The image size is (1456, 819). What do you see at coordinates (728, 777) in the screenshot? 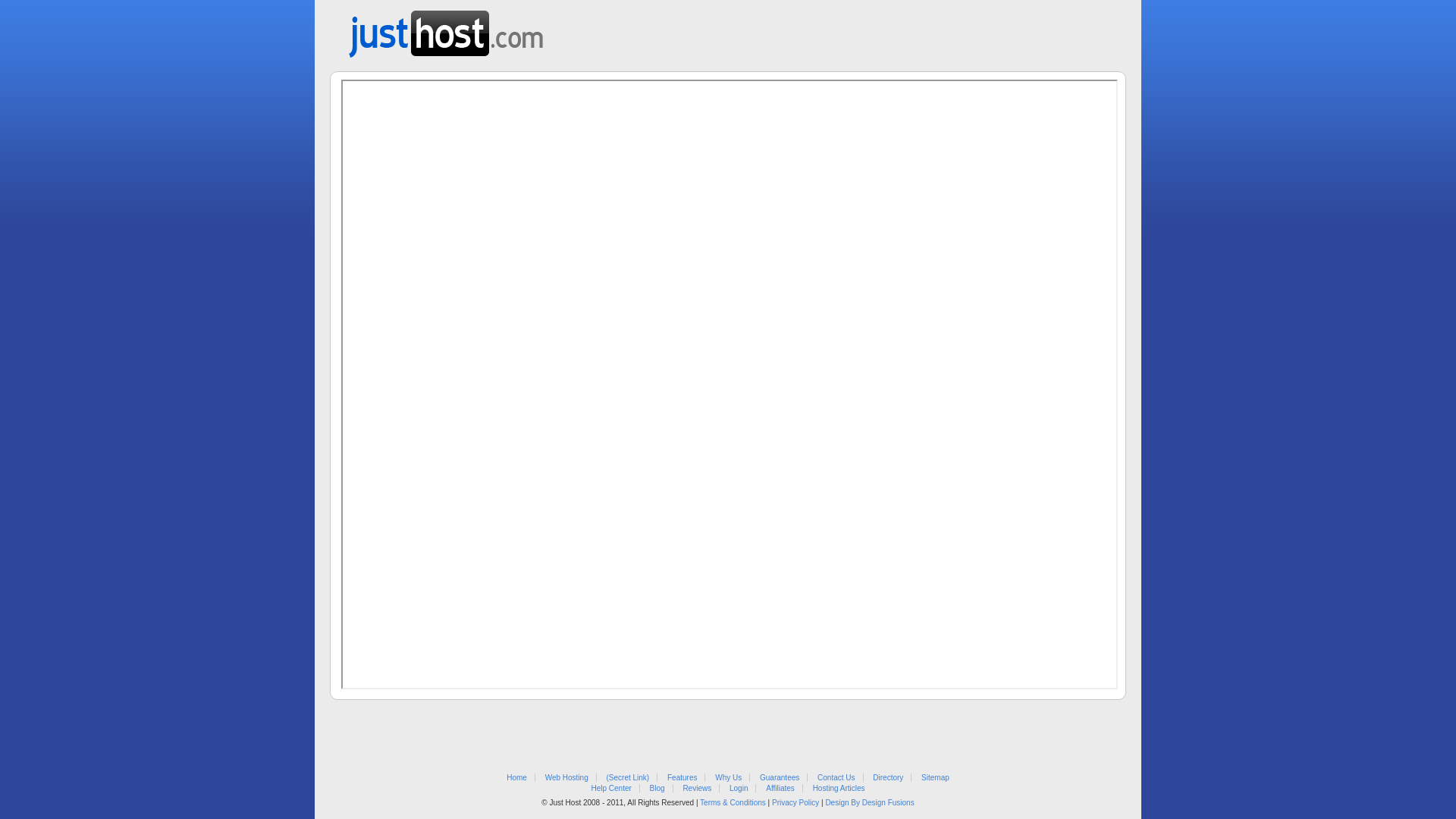
I see `'Why Us'` at bounding box center [728, 777].